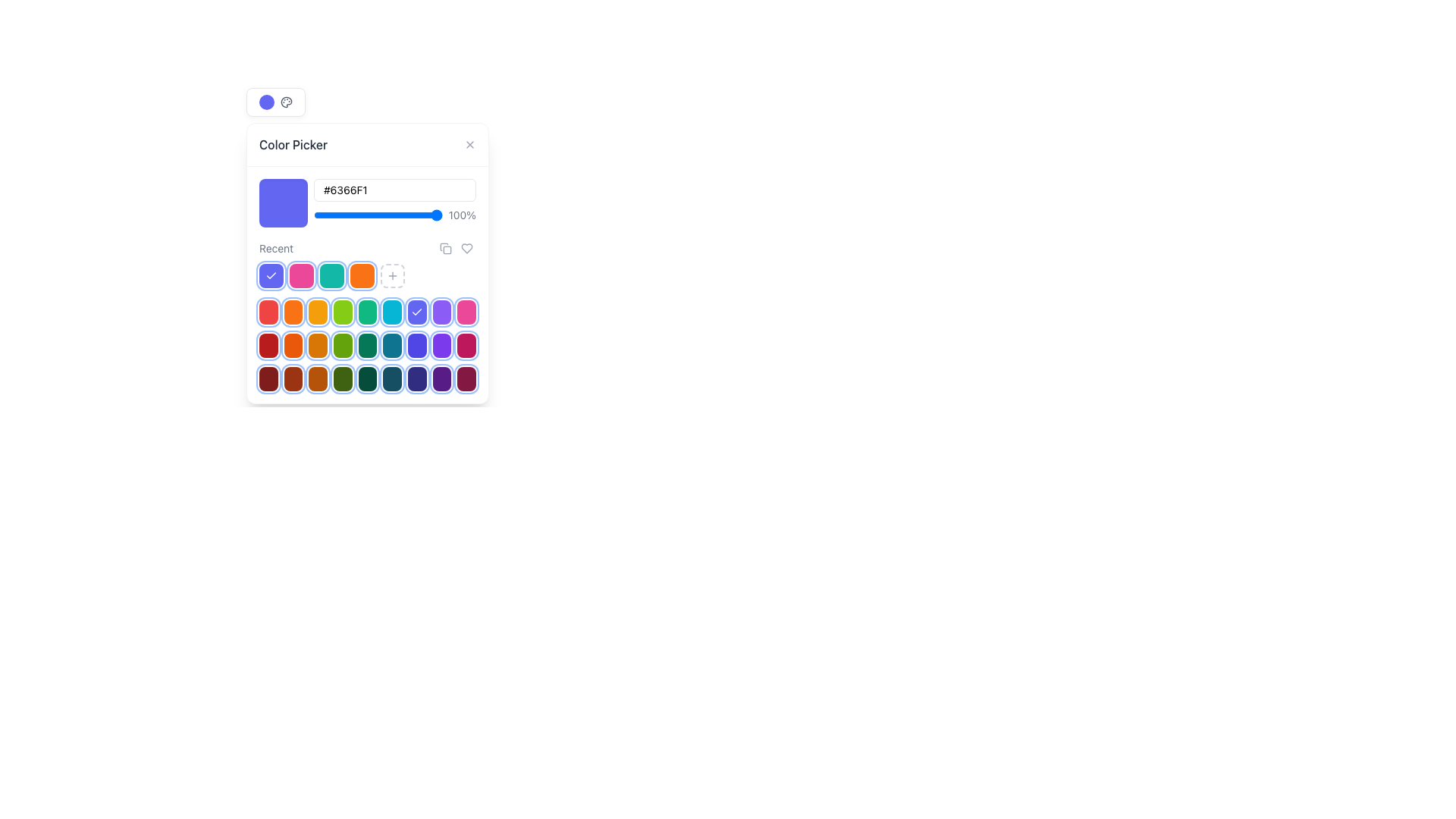  I want to click on the fifth selectable color button representing the green color in the second row of the color picker dialog to observe its scale transformation, so click(367, 312).